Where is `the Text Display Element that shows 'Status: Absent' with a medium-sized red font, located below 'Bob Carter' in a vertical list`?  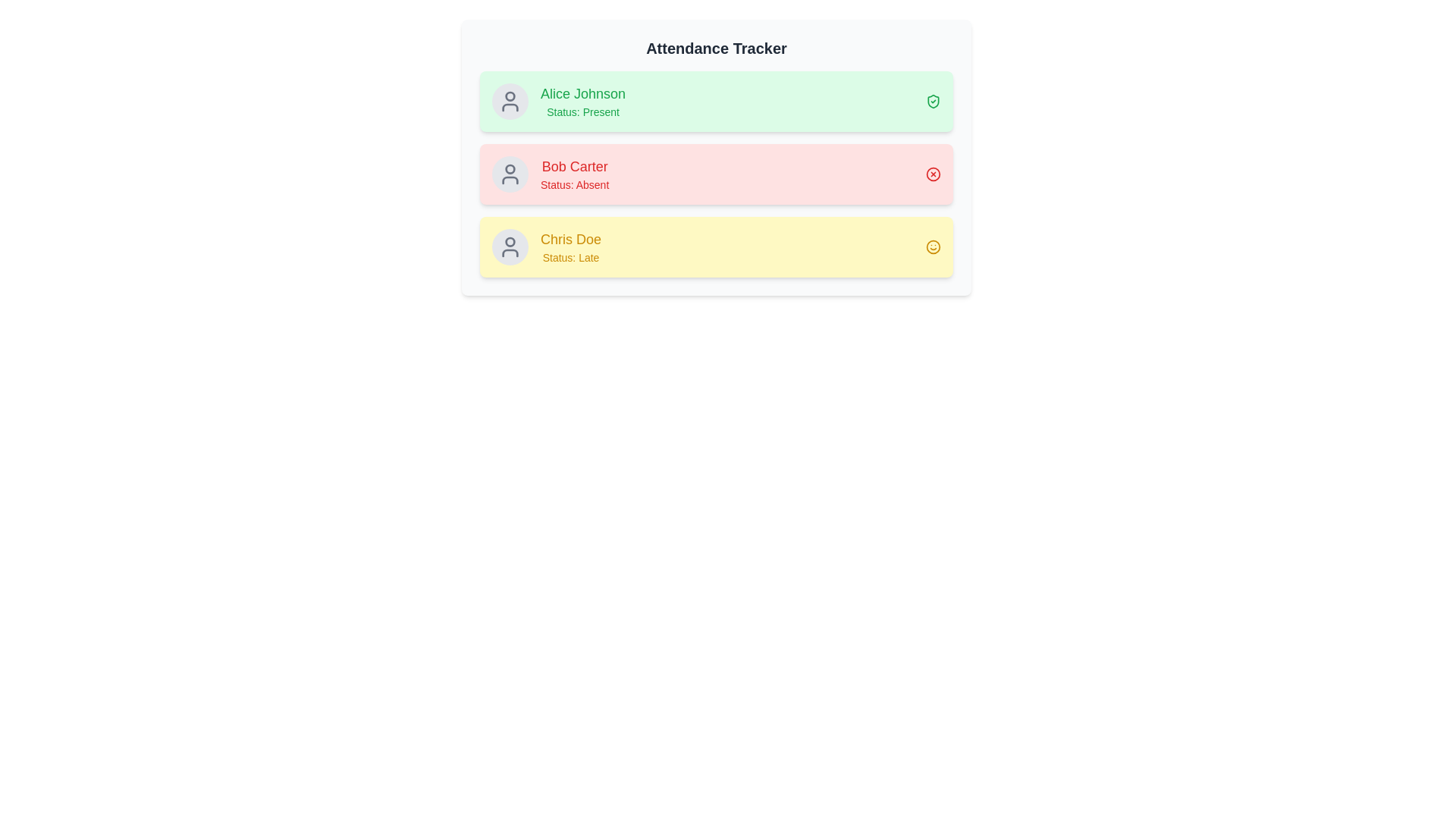
the Text Display Element that shows 'Status: Absent' with a medium-sized red font, located below 'Bob Carter' in a vertical list is located at coordinates (574, 184).